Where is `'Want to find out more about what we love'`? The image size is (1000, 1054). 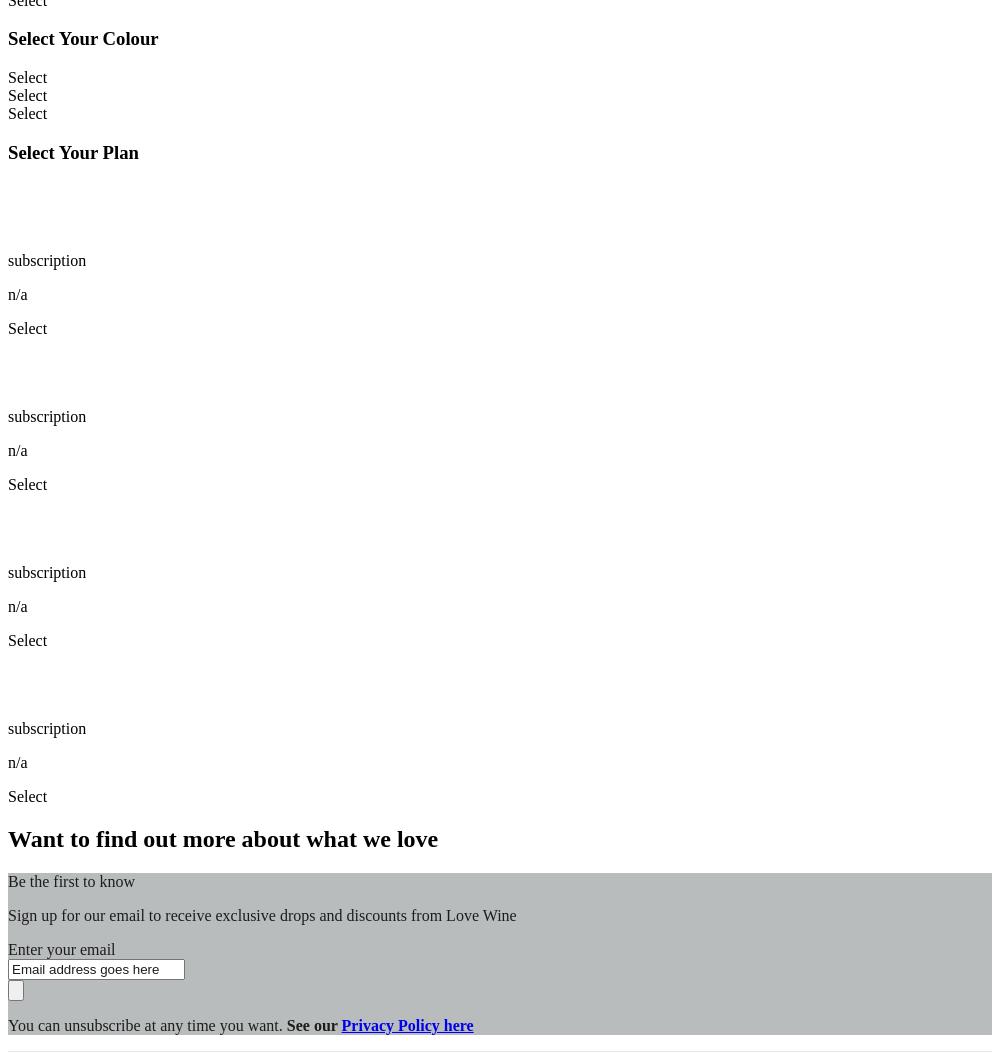 'Want to find out more about what we love' is located at coordinates (222, 837).